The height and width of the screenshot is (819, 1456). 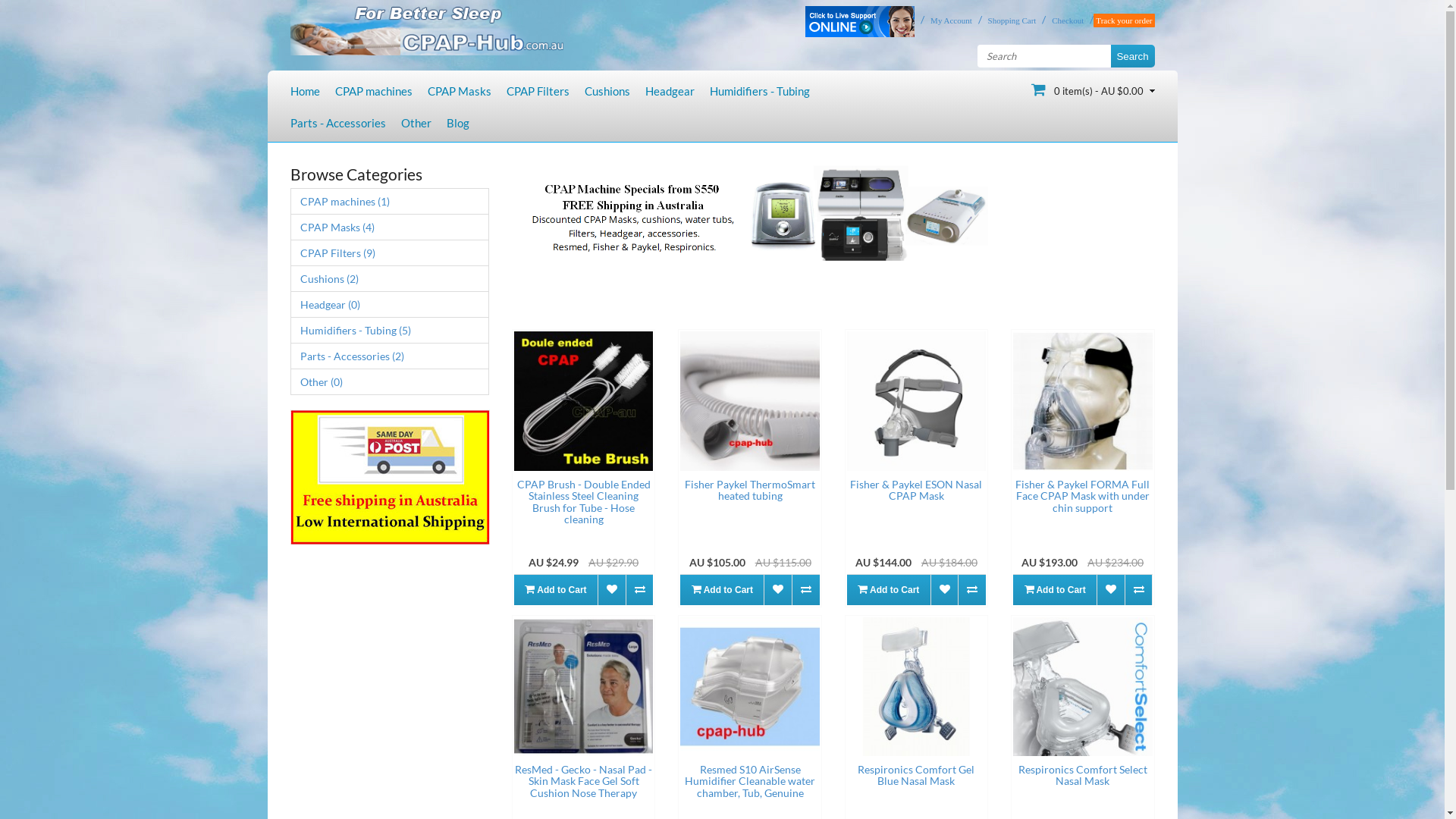 I want to click on 'Headgear', so click(x=668, y=90).